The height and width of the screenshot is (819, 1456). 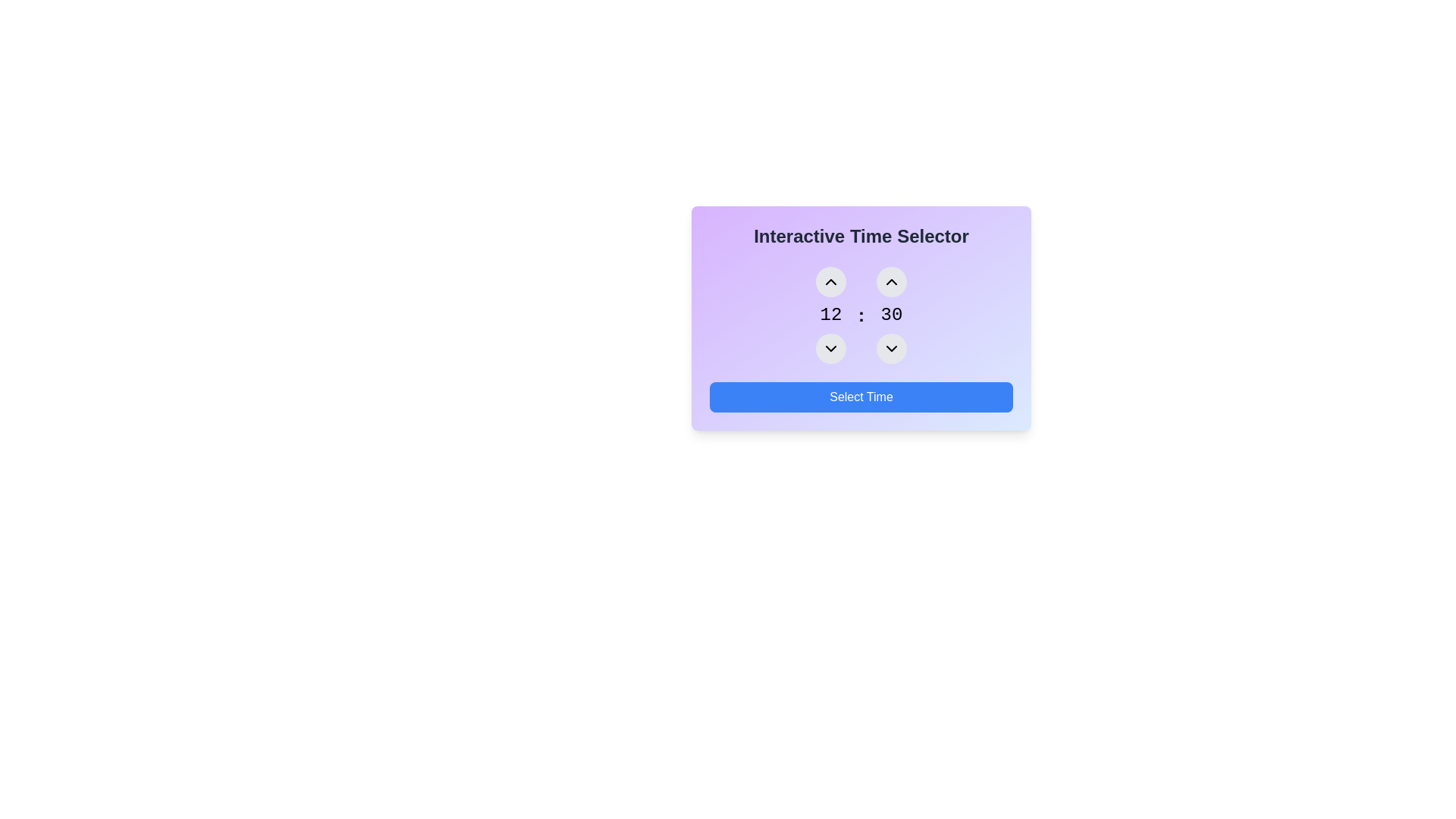 What do you see at coordinates (830, 281) in the screenshot?
I see `the upward-pointing chevron icon button, which is light gray and changes to a darker gray upon interaction, located in the top-left corner of the time selection interface above the number '12'` at bounding box center [830, 281].